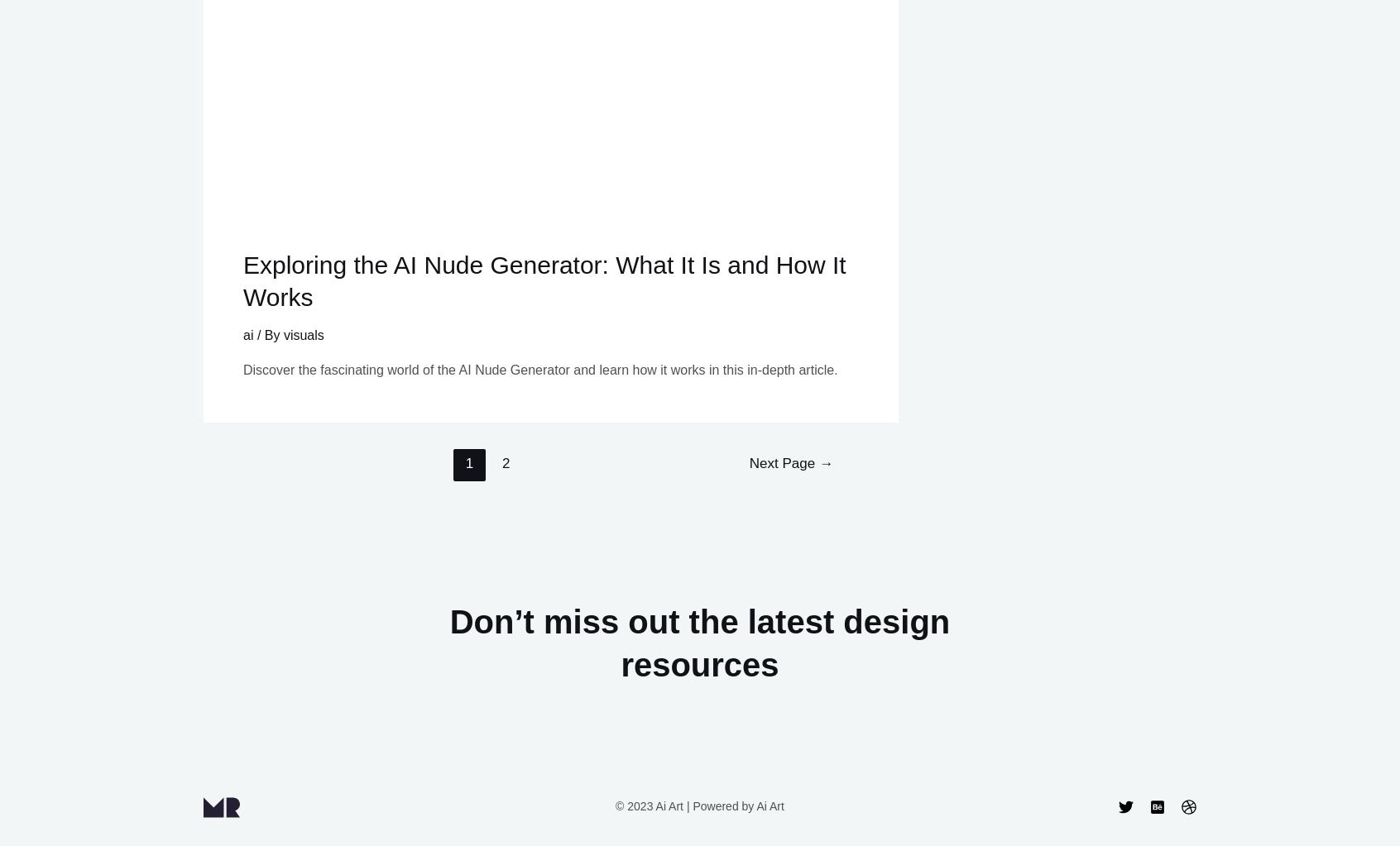 Image resolution: width=1400 pixels, height=846 pixels. Describe the element at coordinates (539, 368) in the screenshot. I see `'Discover the fascinating world of the AI Nude Generator and learn how it works in this in-depth article.'` at that location.